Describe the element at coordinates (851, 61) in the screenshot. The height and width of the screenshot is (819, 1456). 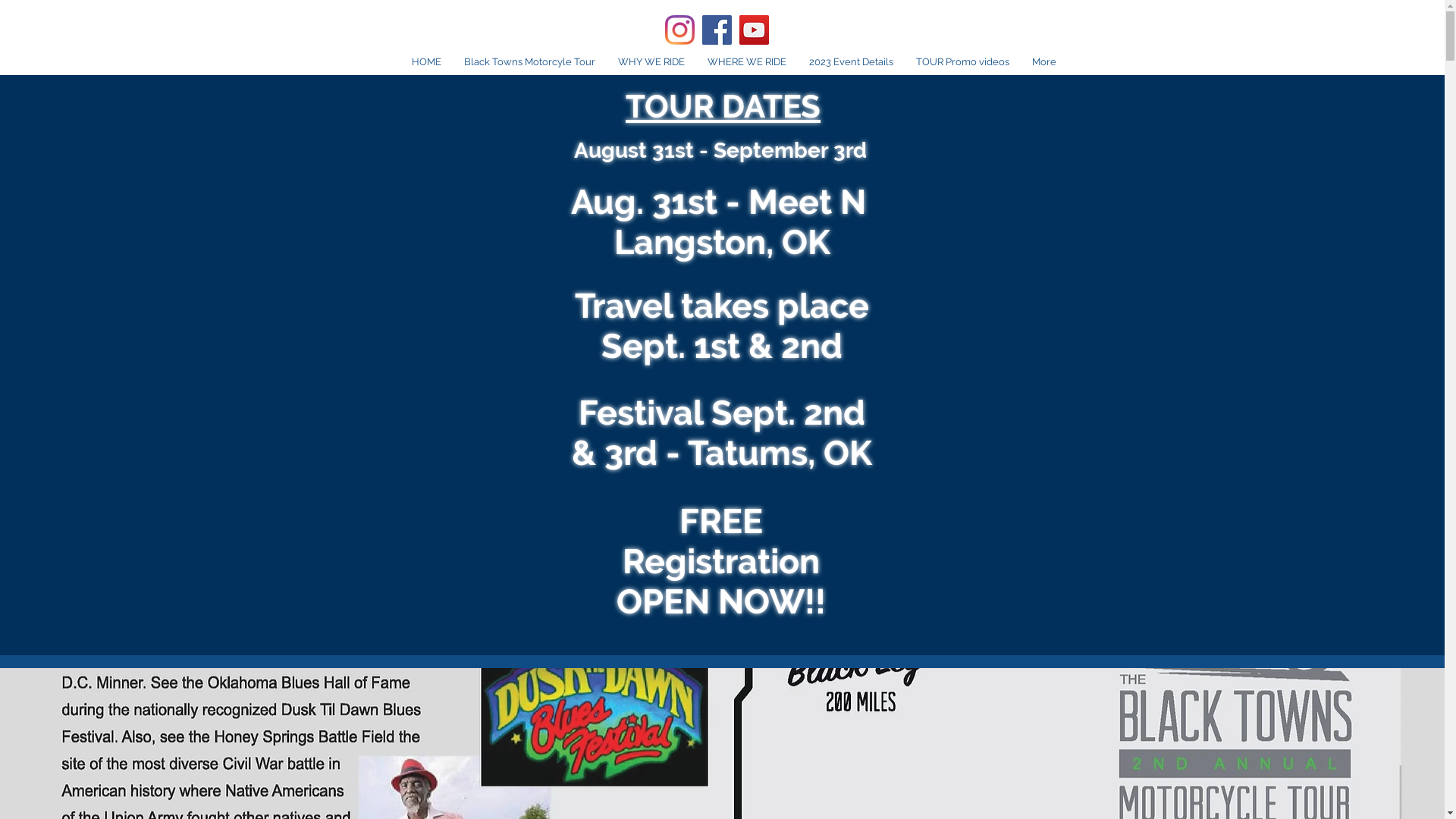
I see `'2023 Event Details'` at that location.